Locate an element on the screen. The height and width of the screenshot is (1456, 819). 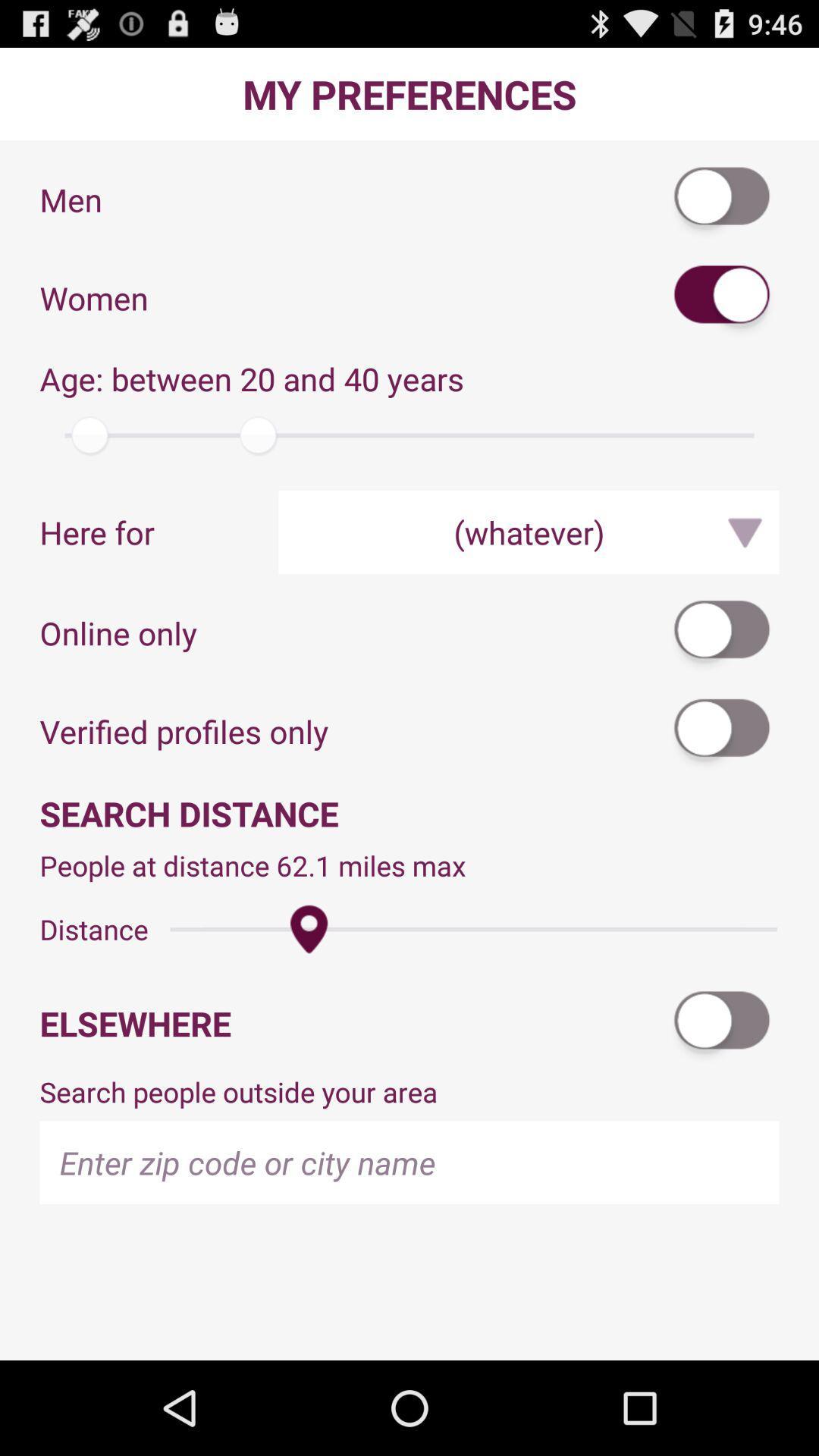
gender preference is located at coordinates (722, 298).